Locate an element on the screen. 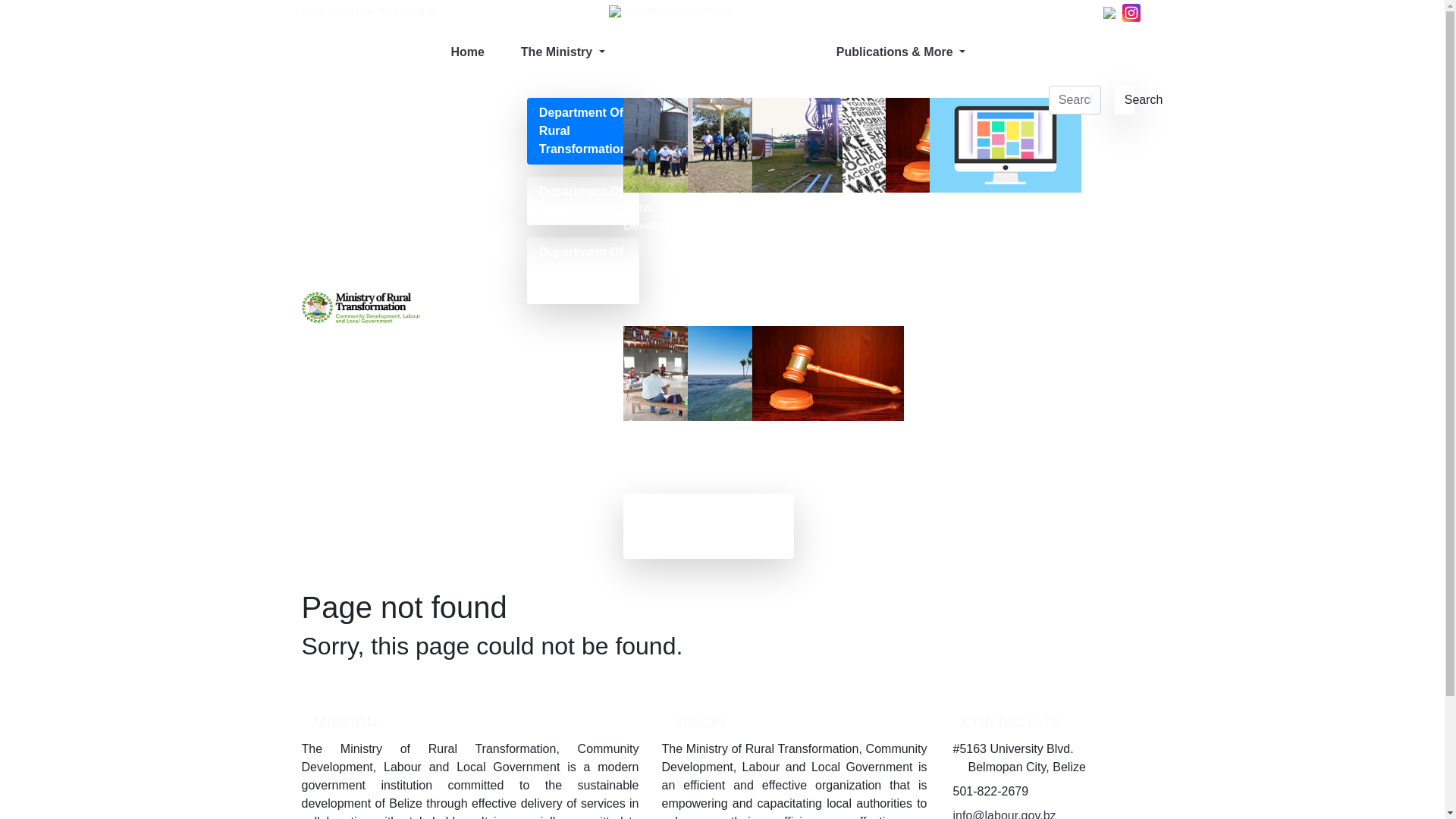 This screenshot has height=819, width=1456. 'Search' is located at coordinates (1125, 99).